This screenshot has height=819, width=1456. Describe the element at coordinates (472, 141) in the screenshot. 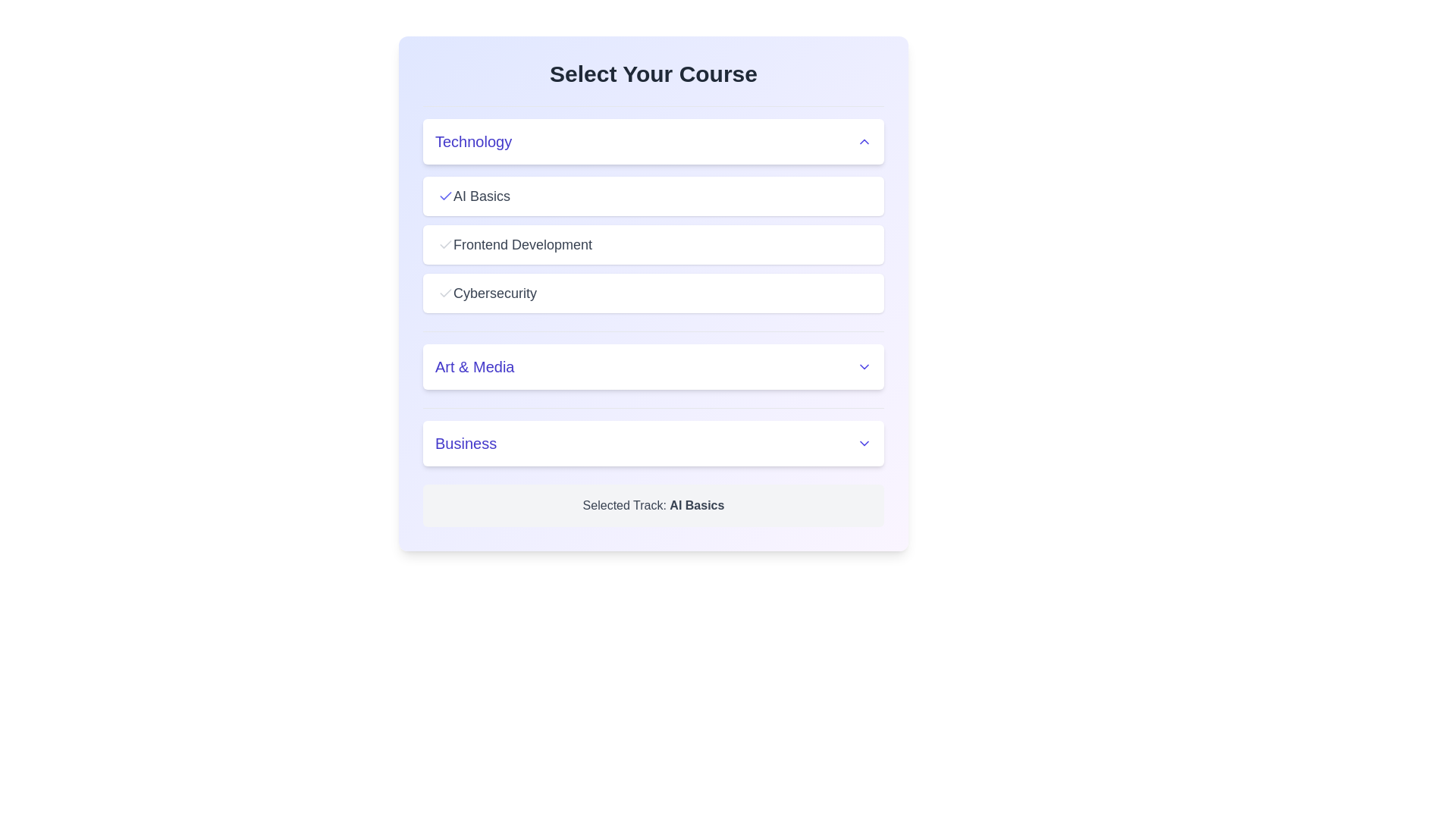

I see `the prominent text label reading 'Technology' styled in larger size with bold weight and indigo color, located at the top section of the 'Select Your Course' interface` at that location.